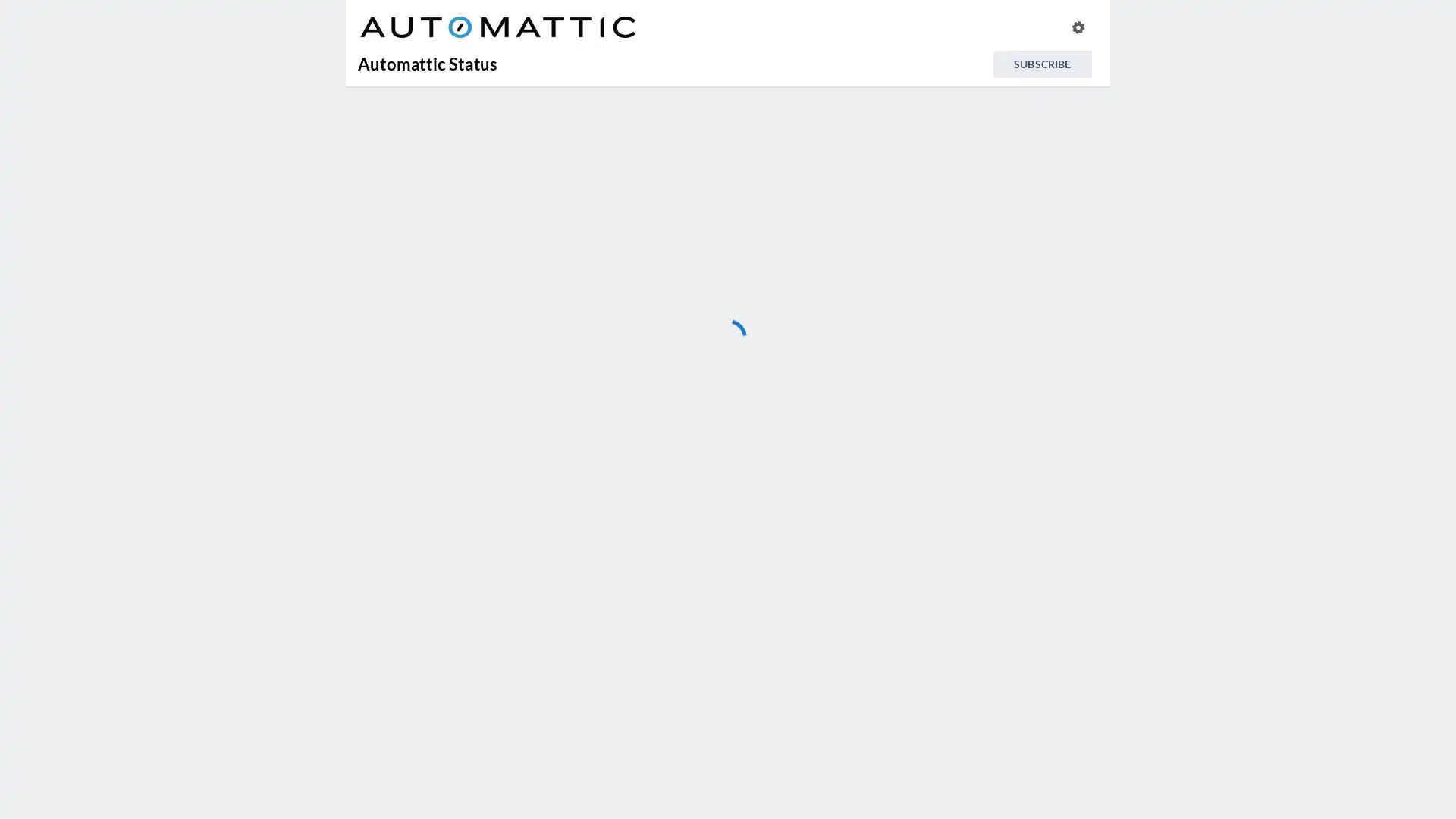 Image resolution: width=1456 pixels, height=819 pixels. What do you see at coordinates (1041, 63) in the screenshot?
I see `SUBSCRIBE` at bounding box center [1041, 63].